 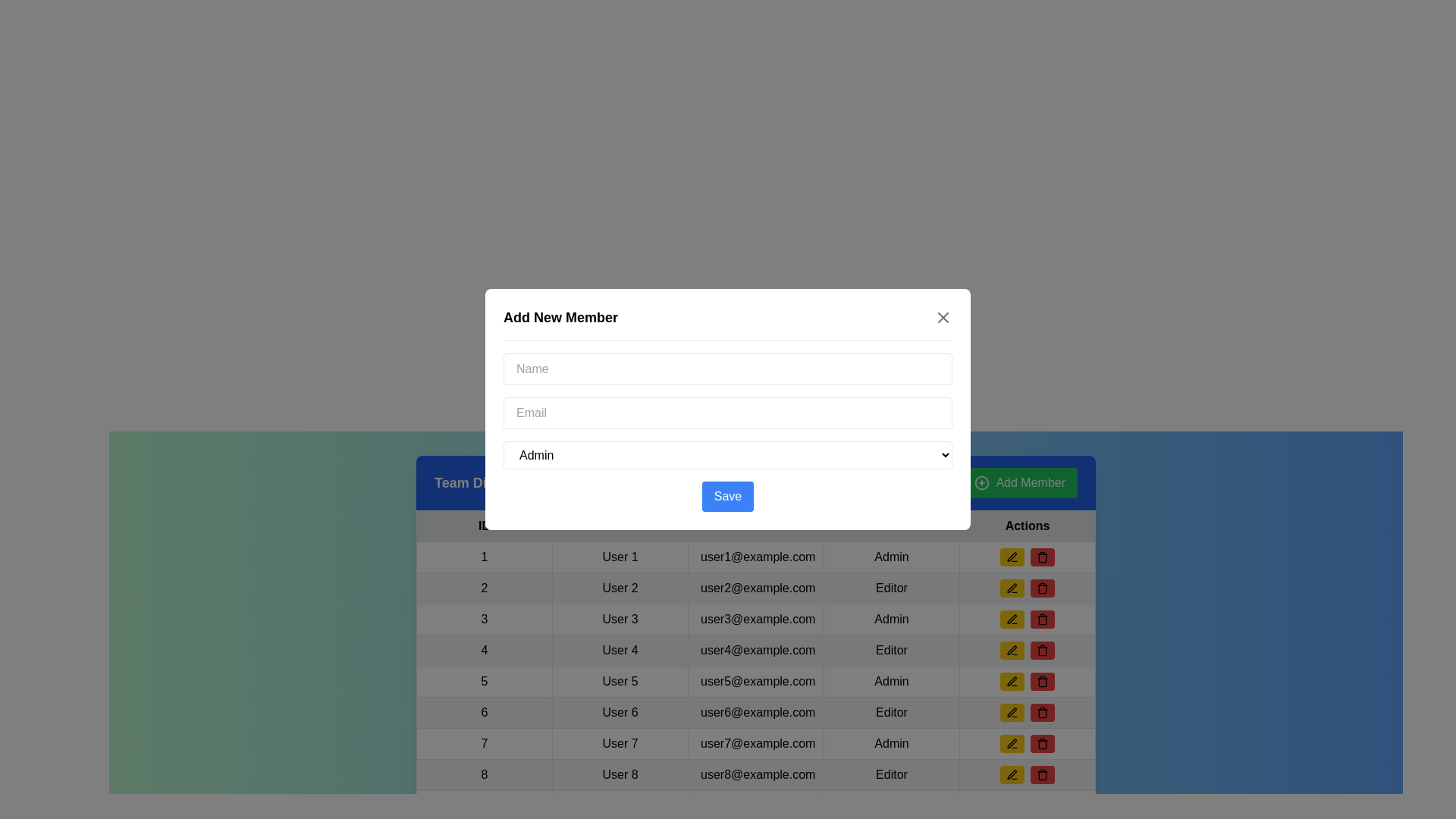 I want to click on the table cell that indicates the serial number or ID in the first row and first column of the table, so click(x=483, y=557).